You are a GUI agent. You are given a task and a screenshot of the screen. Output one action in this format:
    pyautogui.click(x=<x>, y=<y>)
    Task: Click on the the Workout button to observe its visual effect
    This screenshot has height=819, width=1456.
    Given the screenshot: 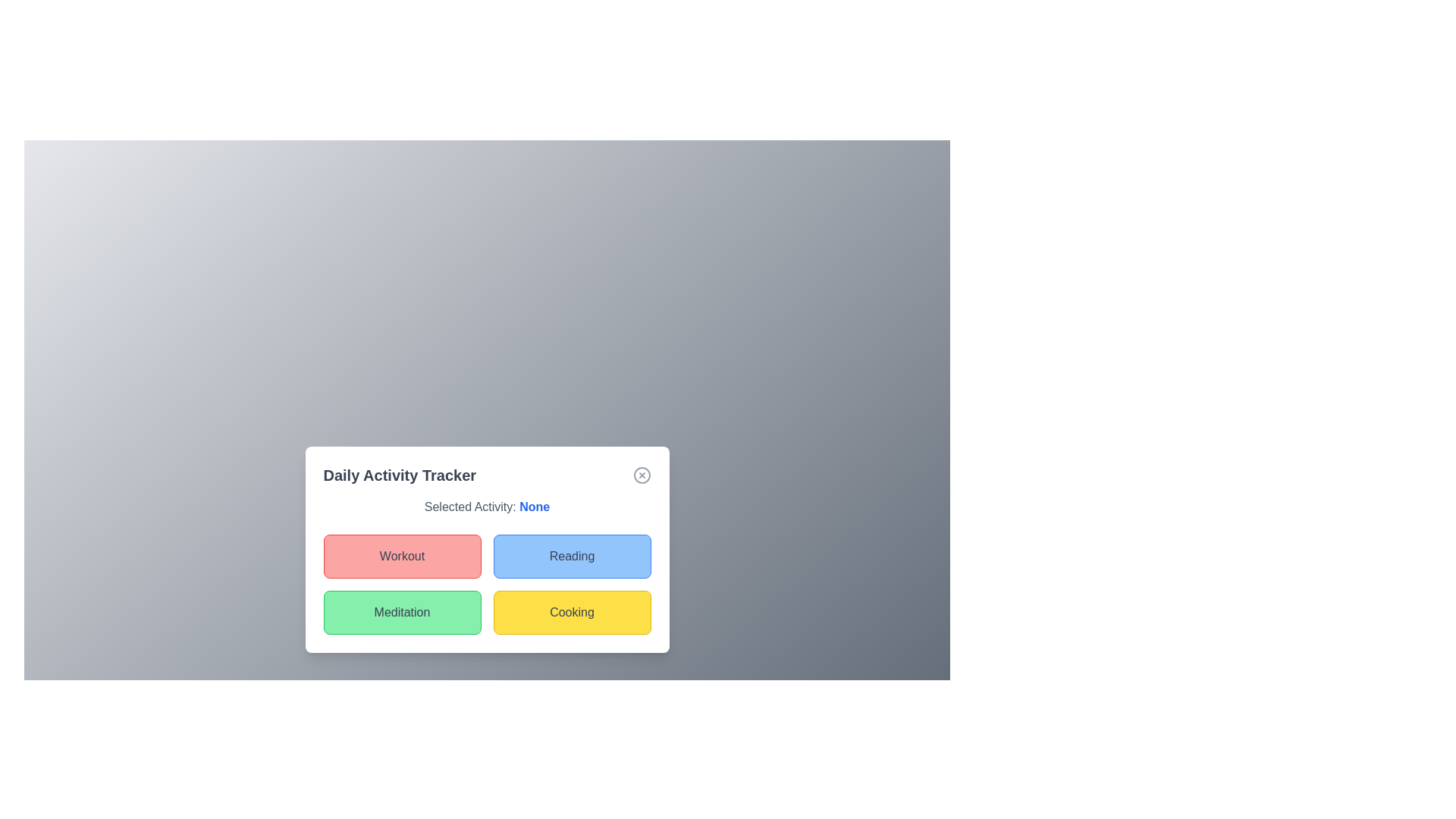 What is the action you would take?
    pyautogui.click(x=402, y=556)
    